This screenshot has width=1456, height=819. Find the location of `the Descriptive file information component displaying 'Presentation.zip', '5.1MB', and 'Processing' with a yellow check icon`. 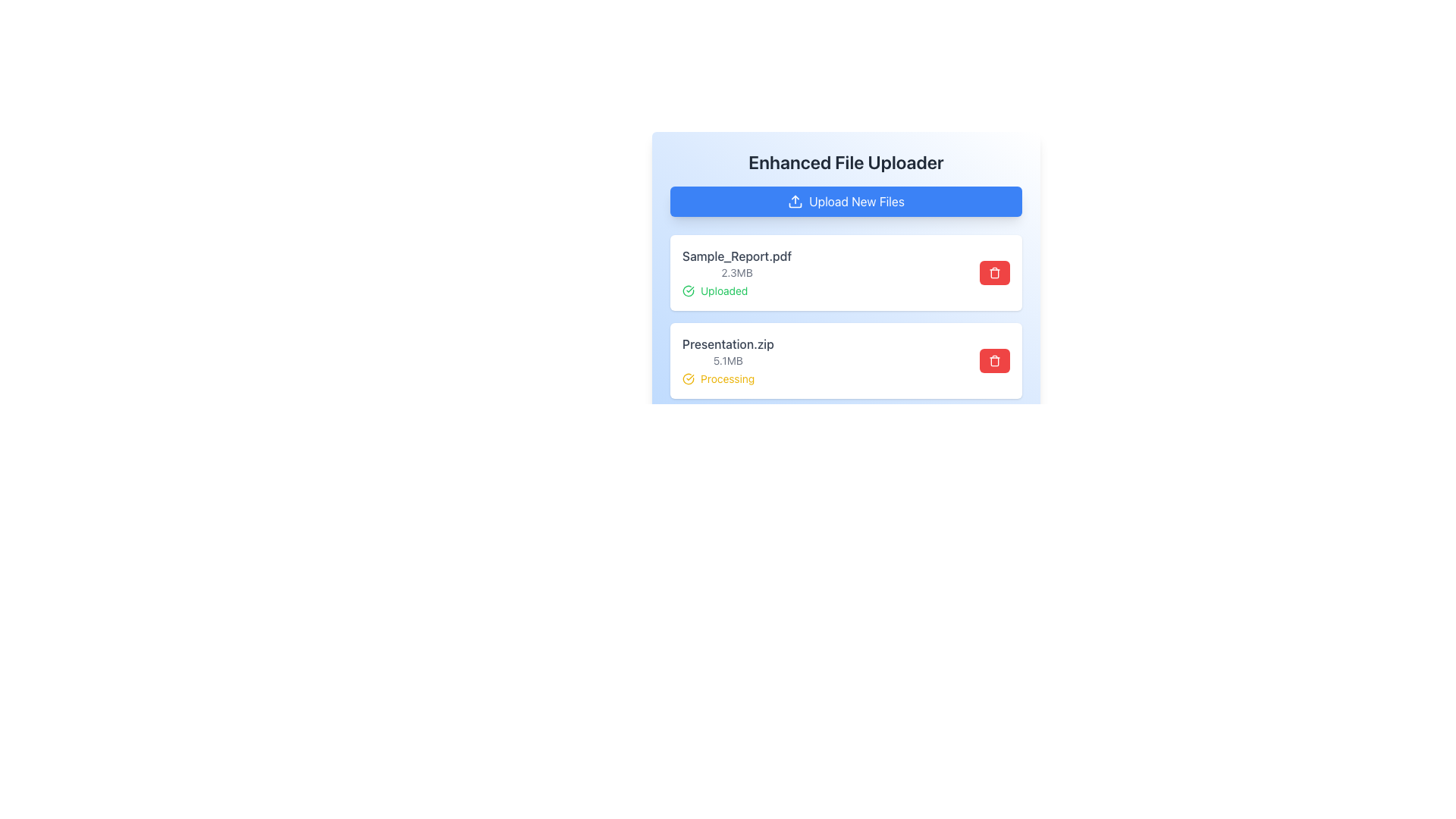

the Descriptive file information component displaying 'Presentation.zip', '5.1MB', and 'Processing' with a yellow check icon is located at coordinates (728, 360).